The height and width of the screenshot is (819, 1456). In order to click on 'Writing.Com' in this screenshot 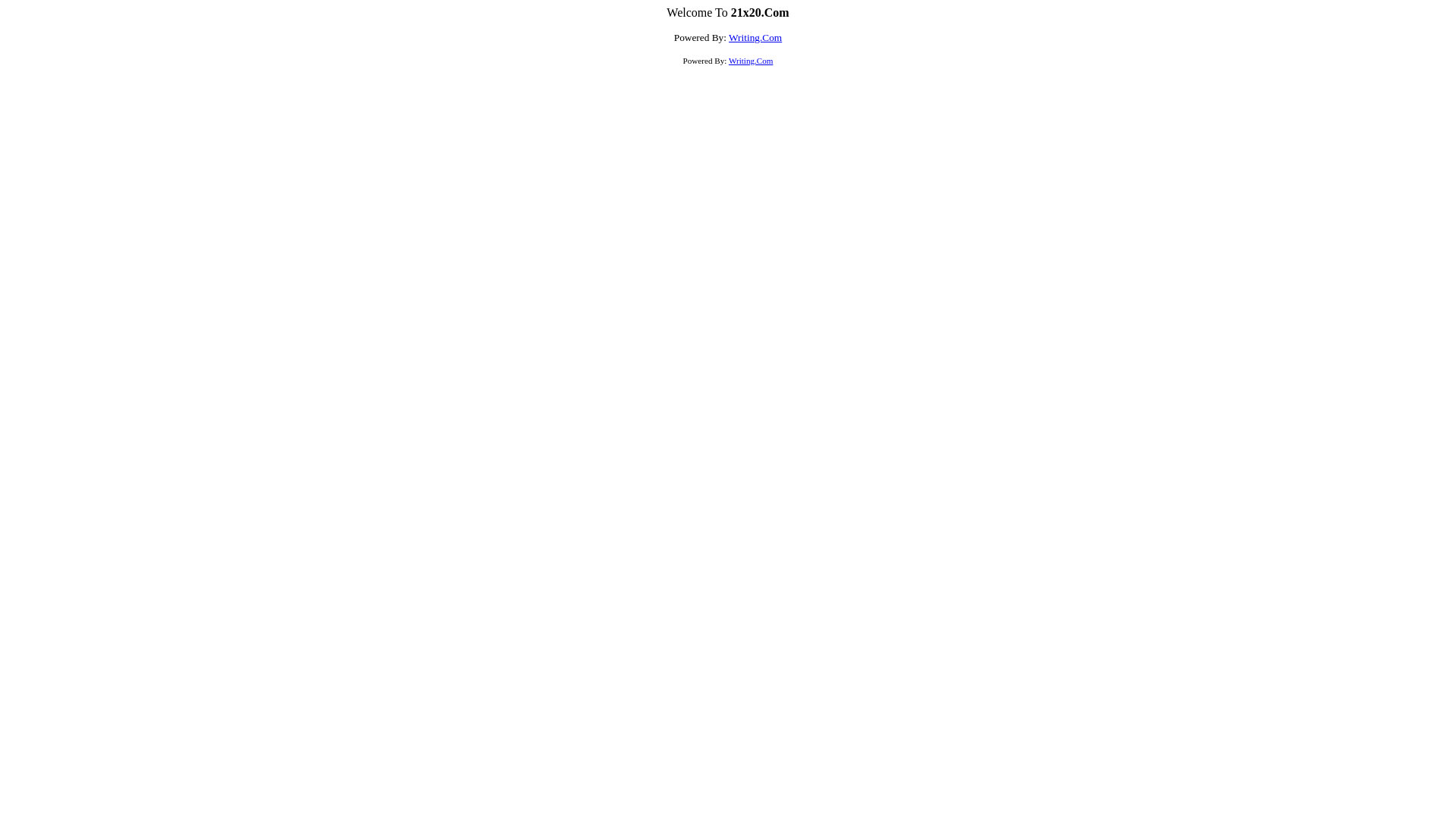, I will do `click(728, 60)`.